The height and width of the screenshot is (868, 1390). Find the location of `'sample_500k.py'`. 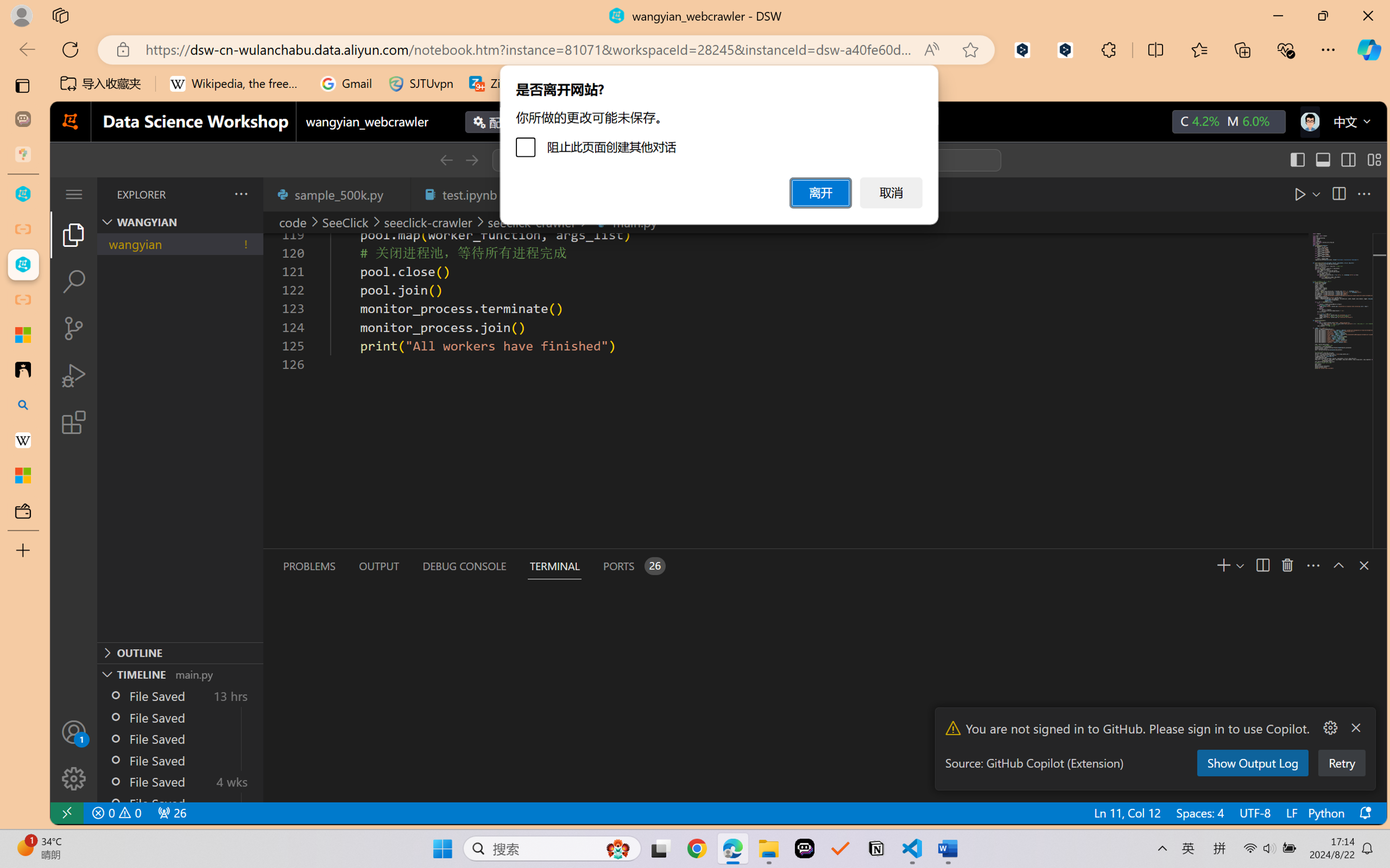

'sample_500k.py' is located at coordinates (336, 193).